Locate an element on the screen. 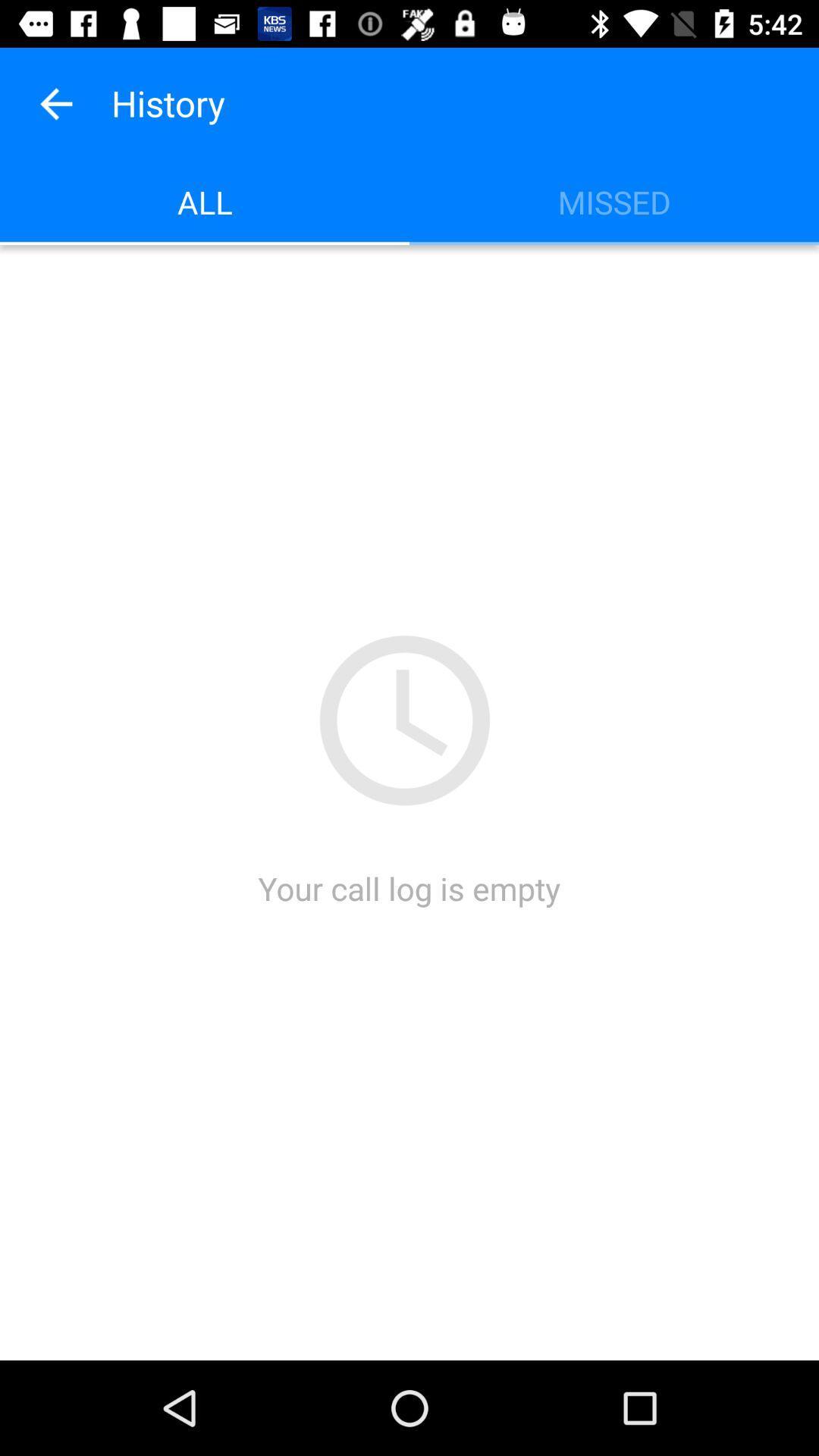  item to the left of missed is located at coordinates (205, 201).